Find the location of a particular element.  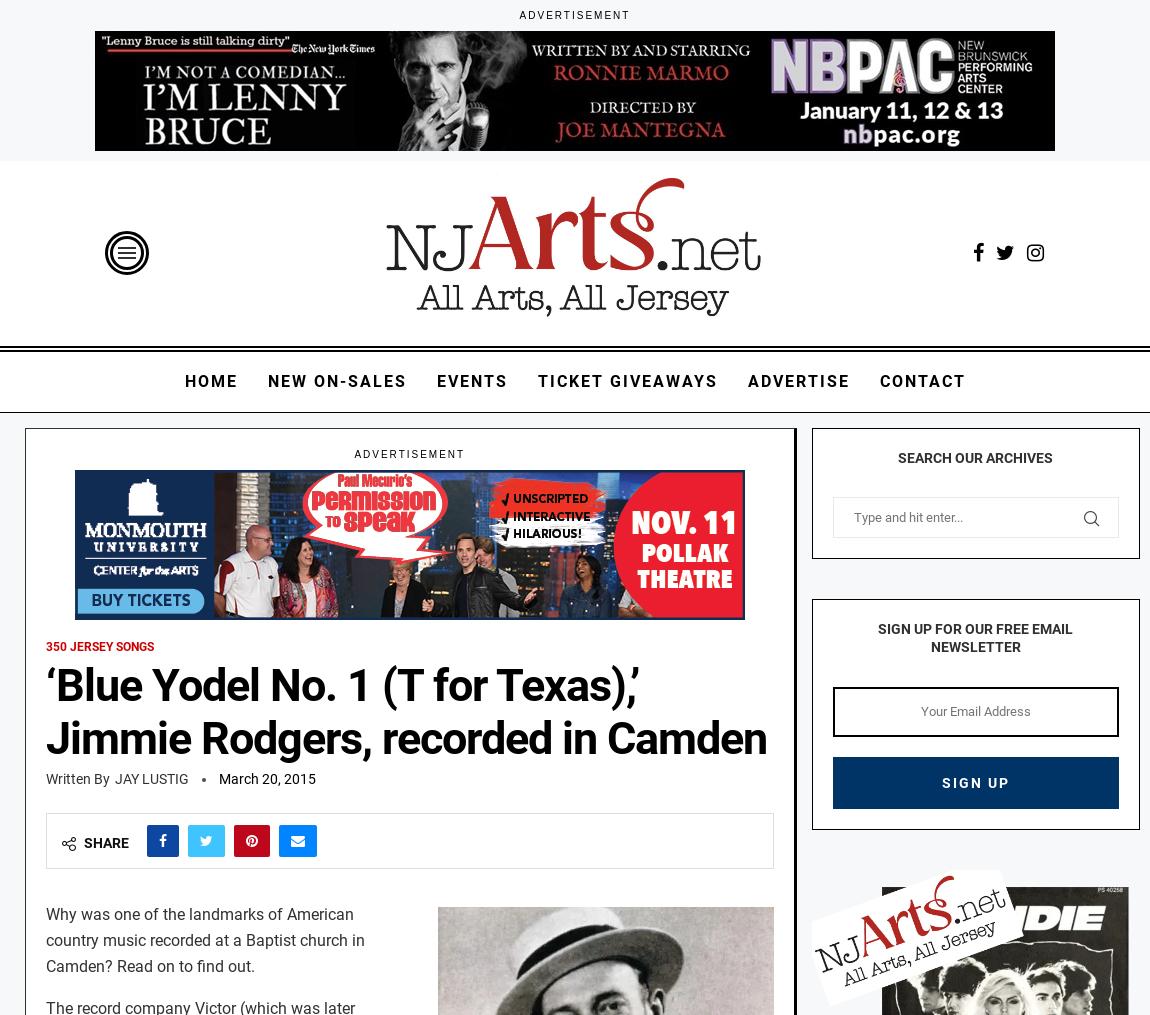

'Share' is located at coordinates (105, 842).